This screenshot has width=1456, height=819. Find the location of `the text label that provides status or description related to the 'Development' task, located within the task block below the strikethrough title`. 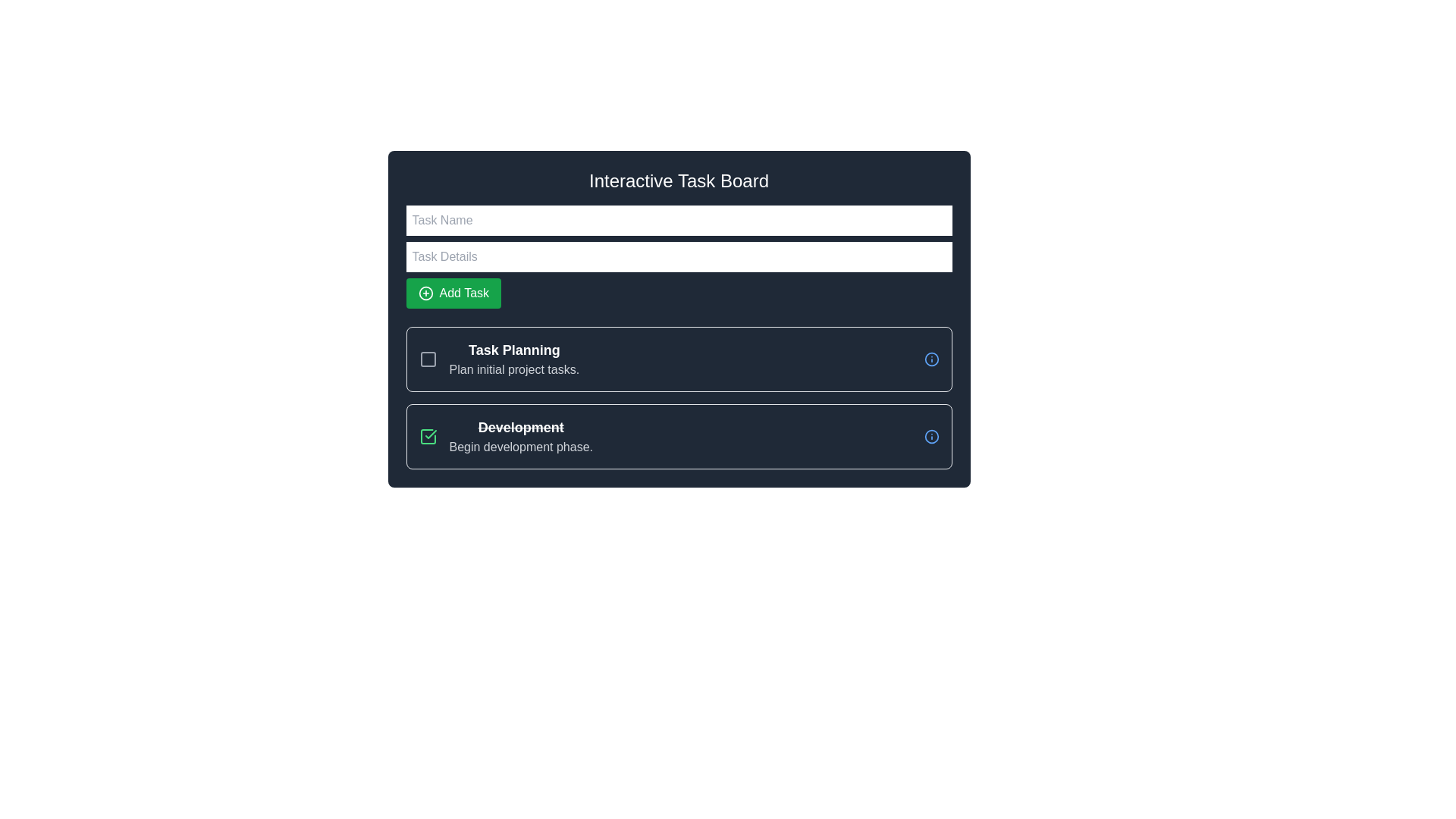

the text label that provides status or description related to the 'Development' task, located within the task block below the strikethrough title is located at coordinates (521, 447).